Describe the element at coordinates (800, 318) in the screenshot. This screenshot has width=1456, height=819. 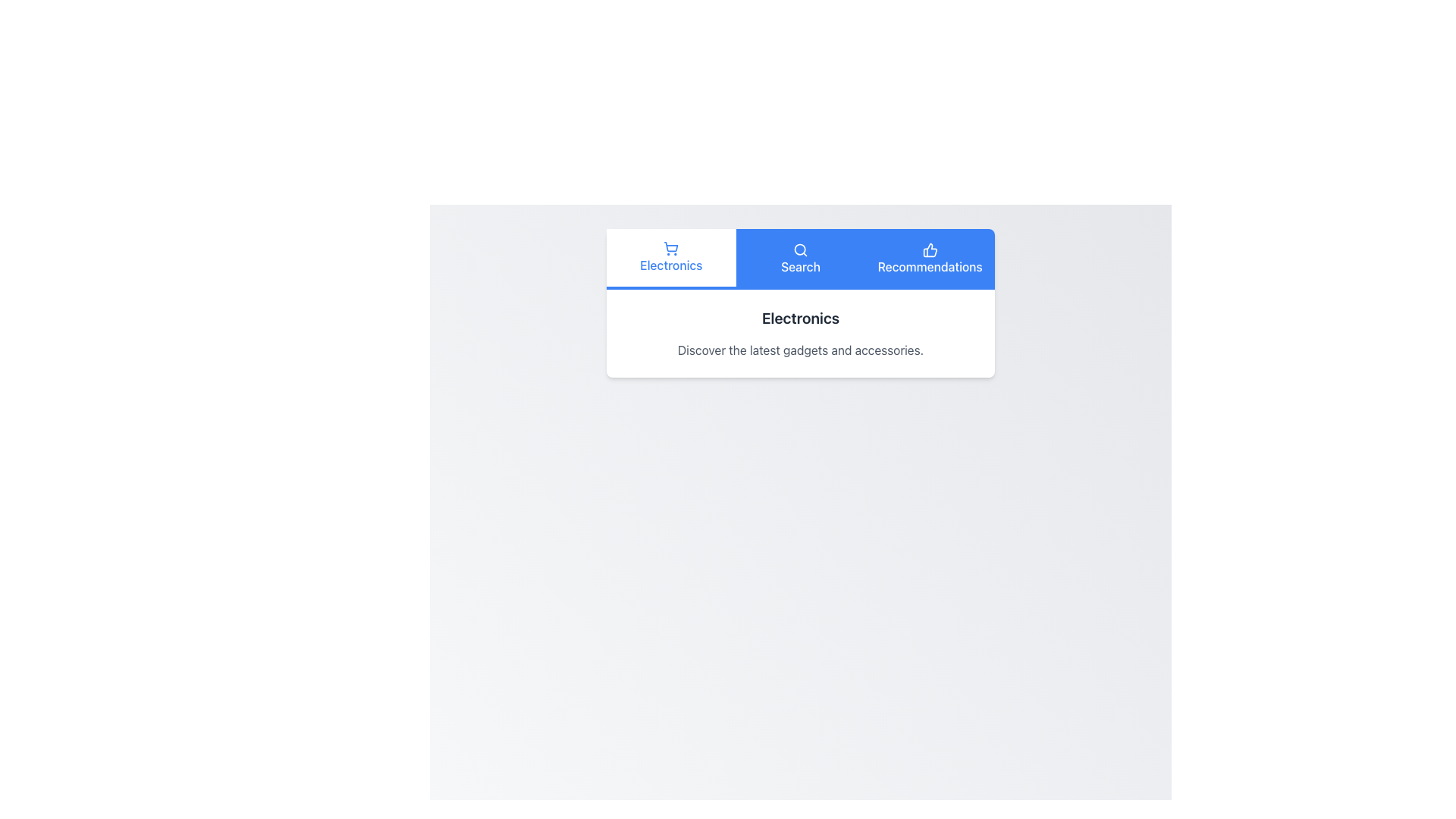
I see `the heading labeled 'Electronics', which serves as the primary topic for the section above the text 'Discover the latest gadgets and accessories'` at that location.